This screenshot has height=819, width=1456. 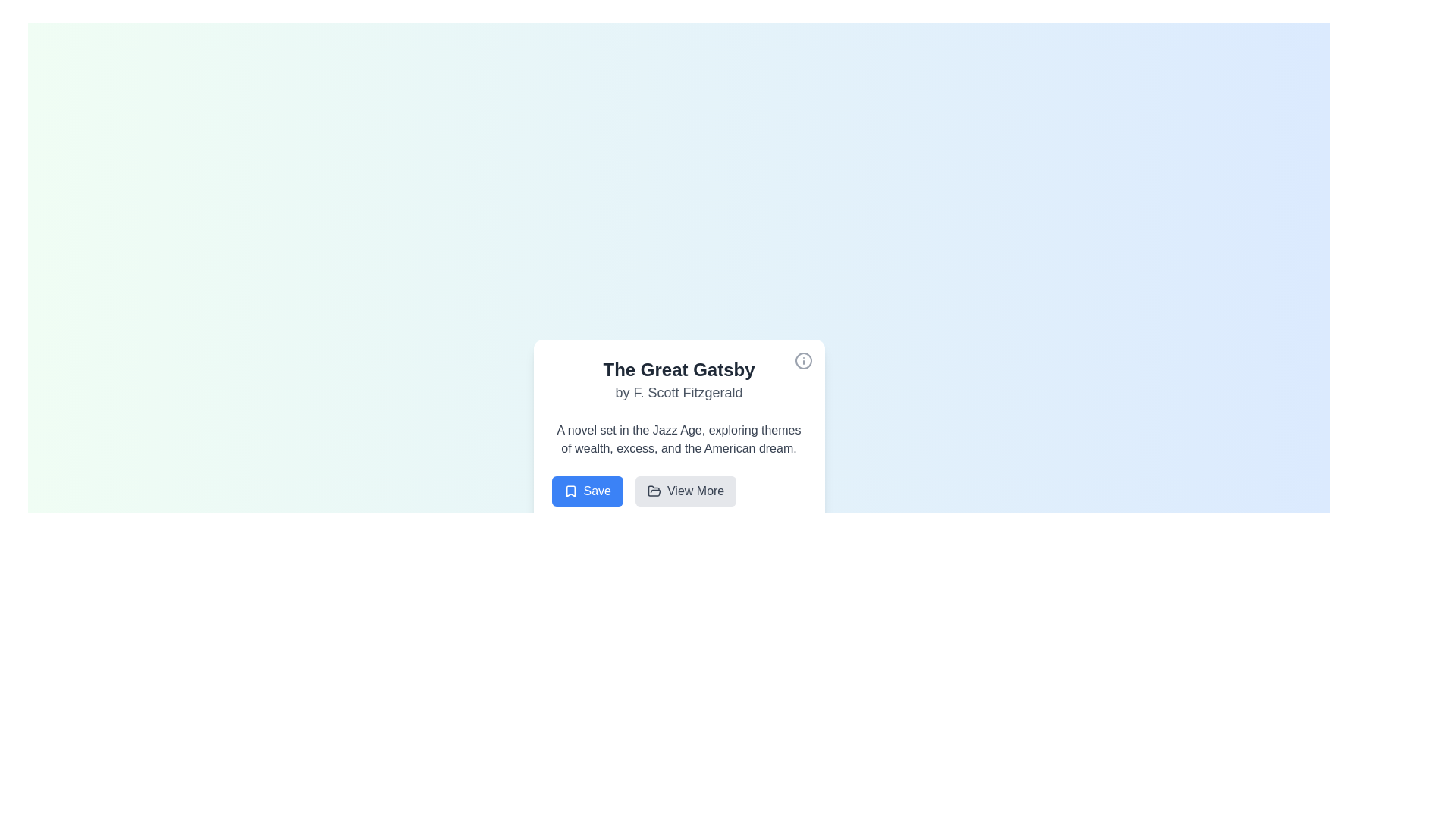 I want to click on text block located in the middle section of the card interface for 'The Great Gatsby', situated directly beneath the title and author information, and above the action buttons labeled 'Save' and 'View More.', so click(x=678, y=439).